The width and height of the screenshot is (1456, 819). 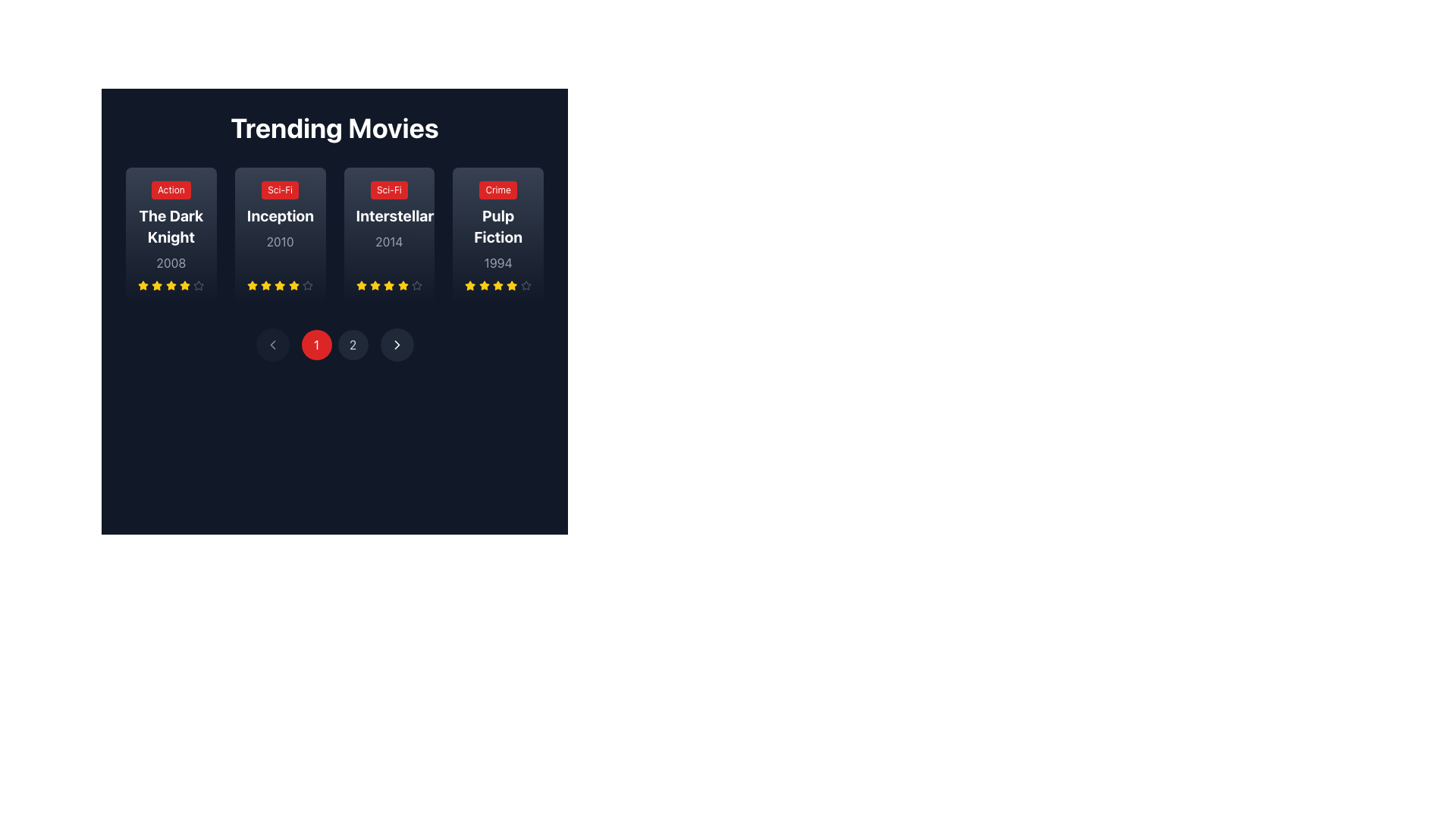 What do you see at coordinates (469, 285) in the screenshot?
I see `the first rating star icon for the movie 'Pulp Fiction', which is located in the last column of the 'Trending Movies' section` at bounding box center [469, 285].